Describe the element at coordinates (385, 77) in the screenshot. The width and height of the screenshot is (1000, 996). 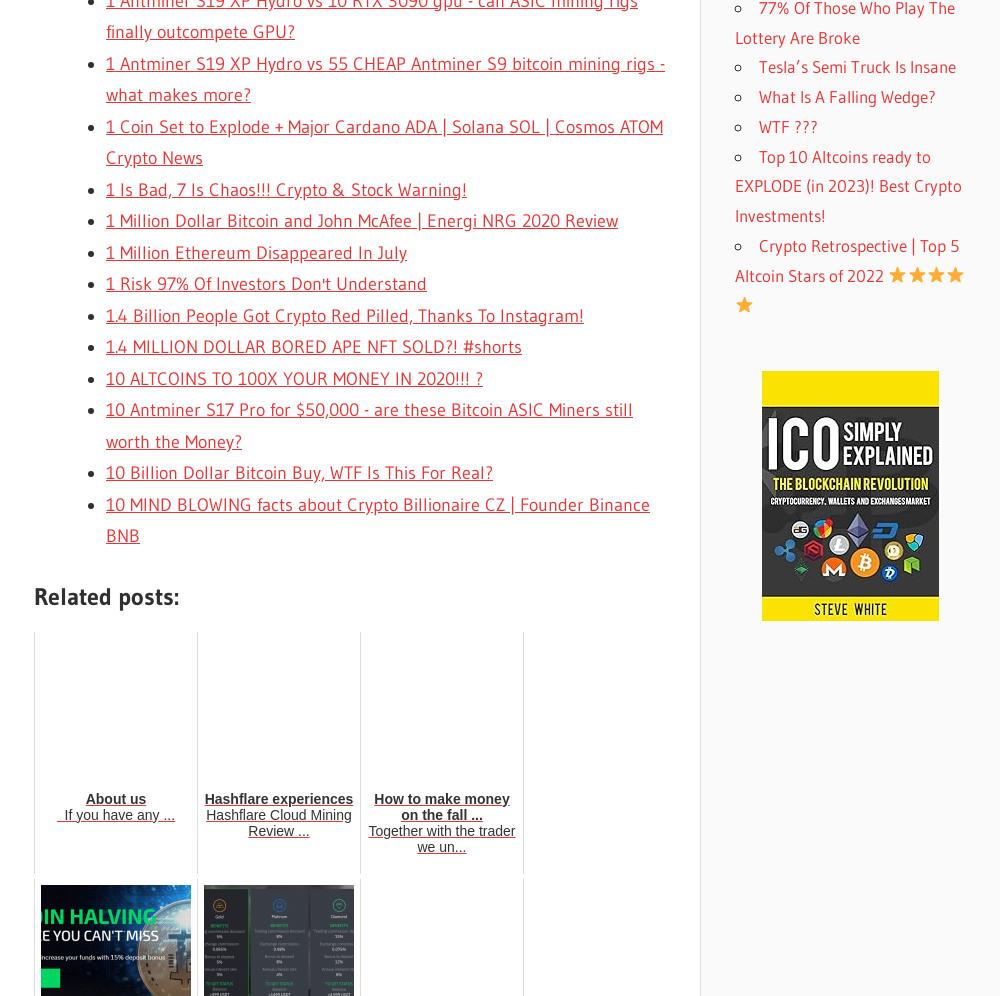
I see `'1 Antminer S19 XP Hydro vs 55 CHEAP Antminer S9 bitcoin mining rigs - what makes more?'` at that location.